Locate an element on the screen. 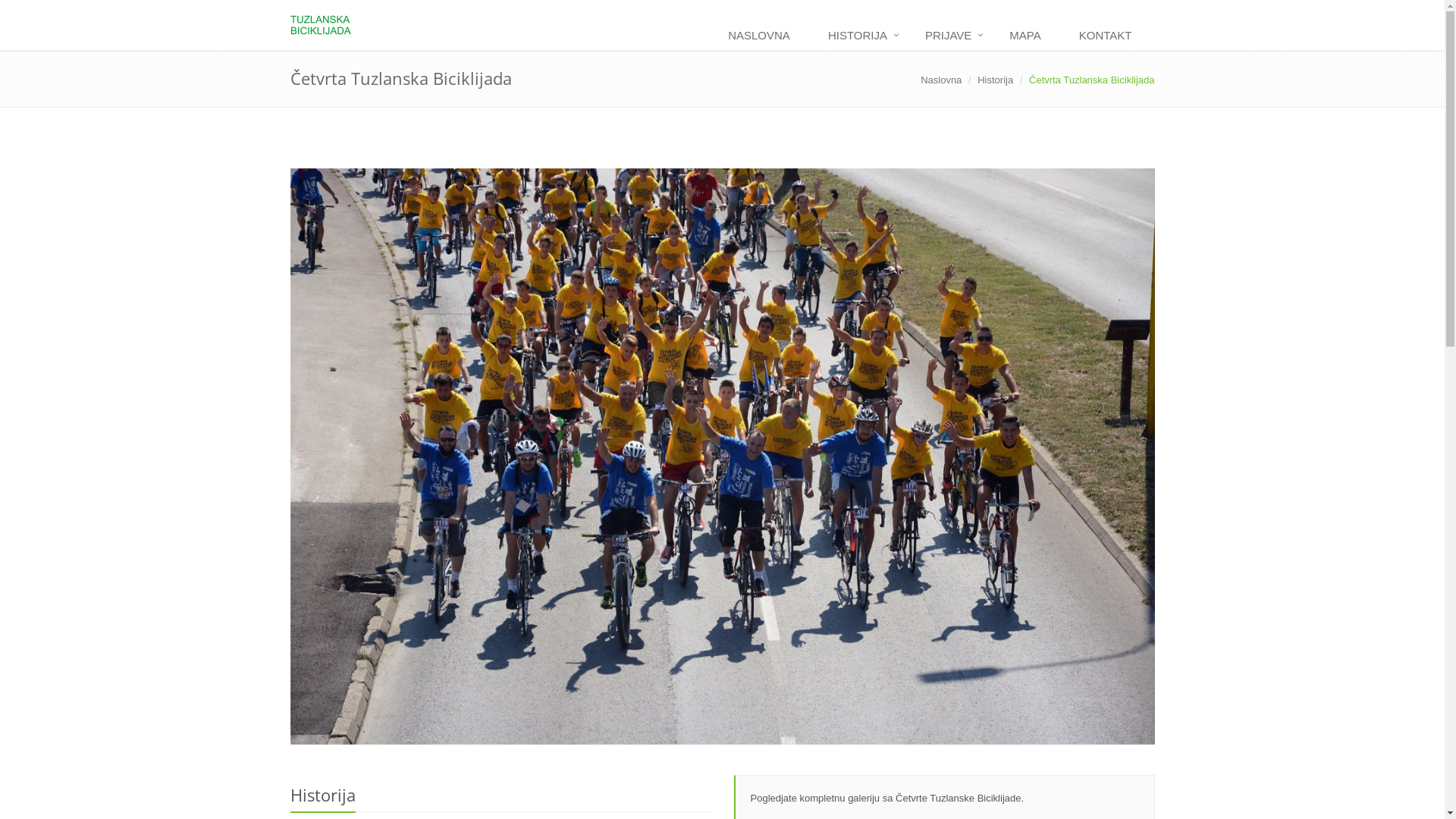 Image resolution: width=1456 pixels, height=819 pixels. 'Naslovna' is located at coordinates (920, 80).